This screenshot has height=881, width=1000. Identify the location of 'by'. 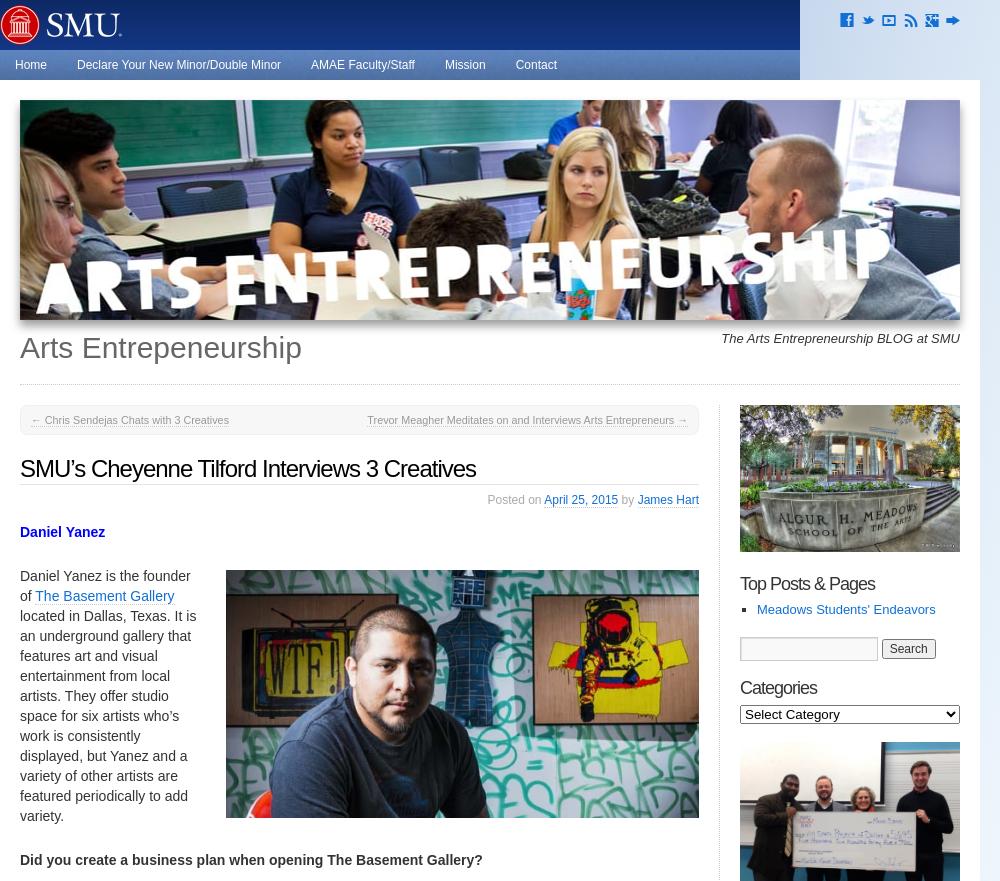
(627, 498).